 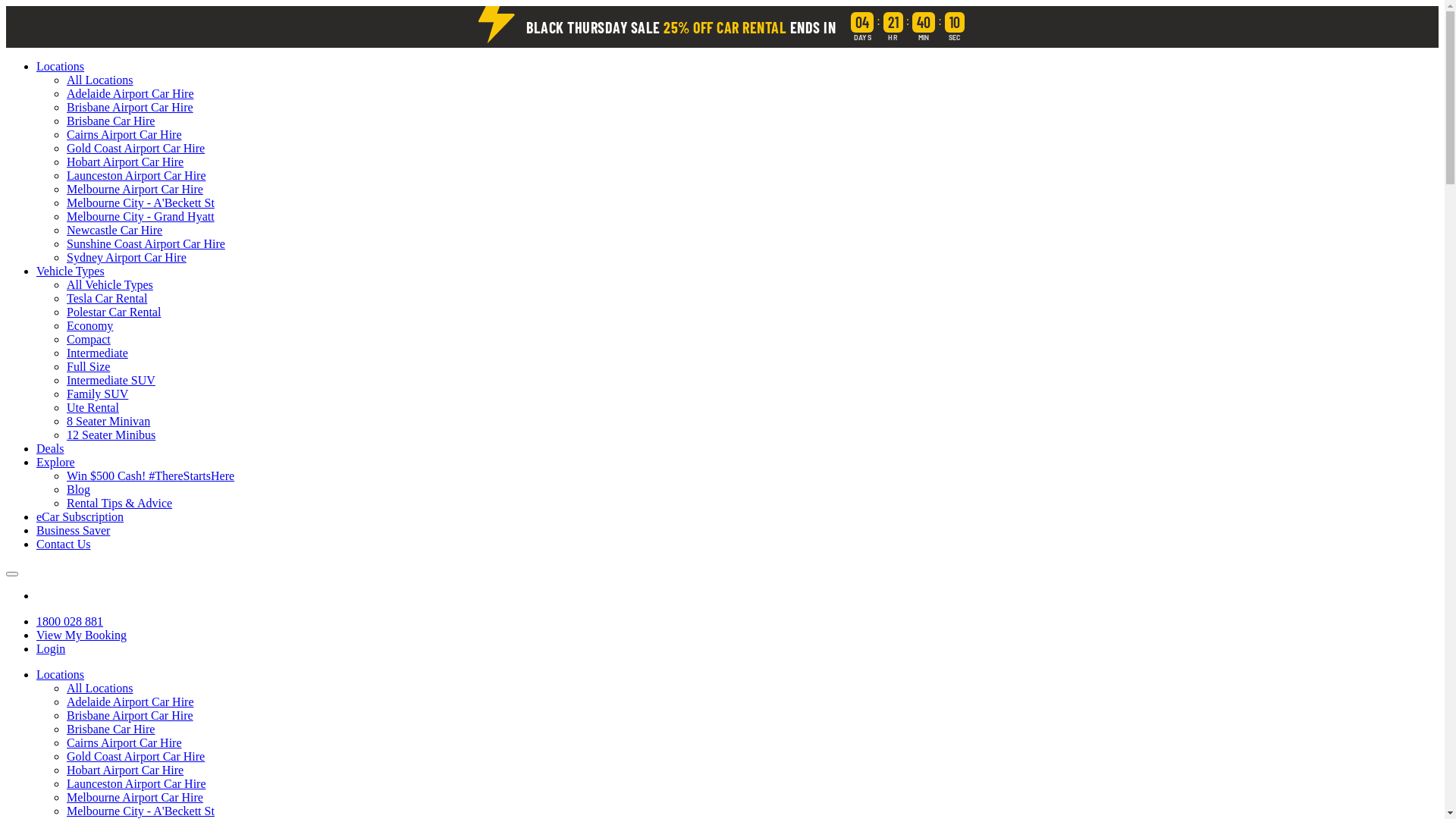 What do you see at coordinates (140, 216) in the screenshot?
I see `'Melbourne City - Grand Hyatt'` at bounding box center [140, 216].